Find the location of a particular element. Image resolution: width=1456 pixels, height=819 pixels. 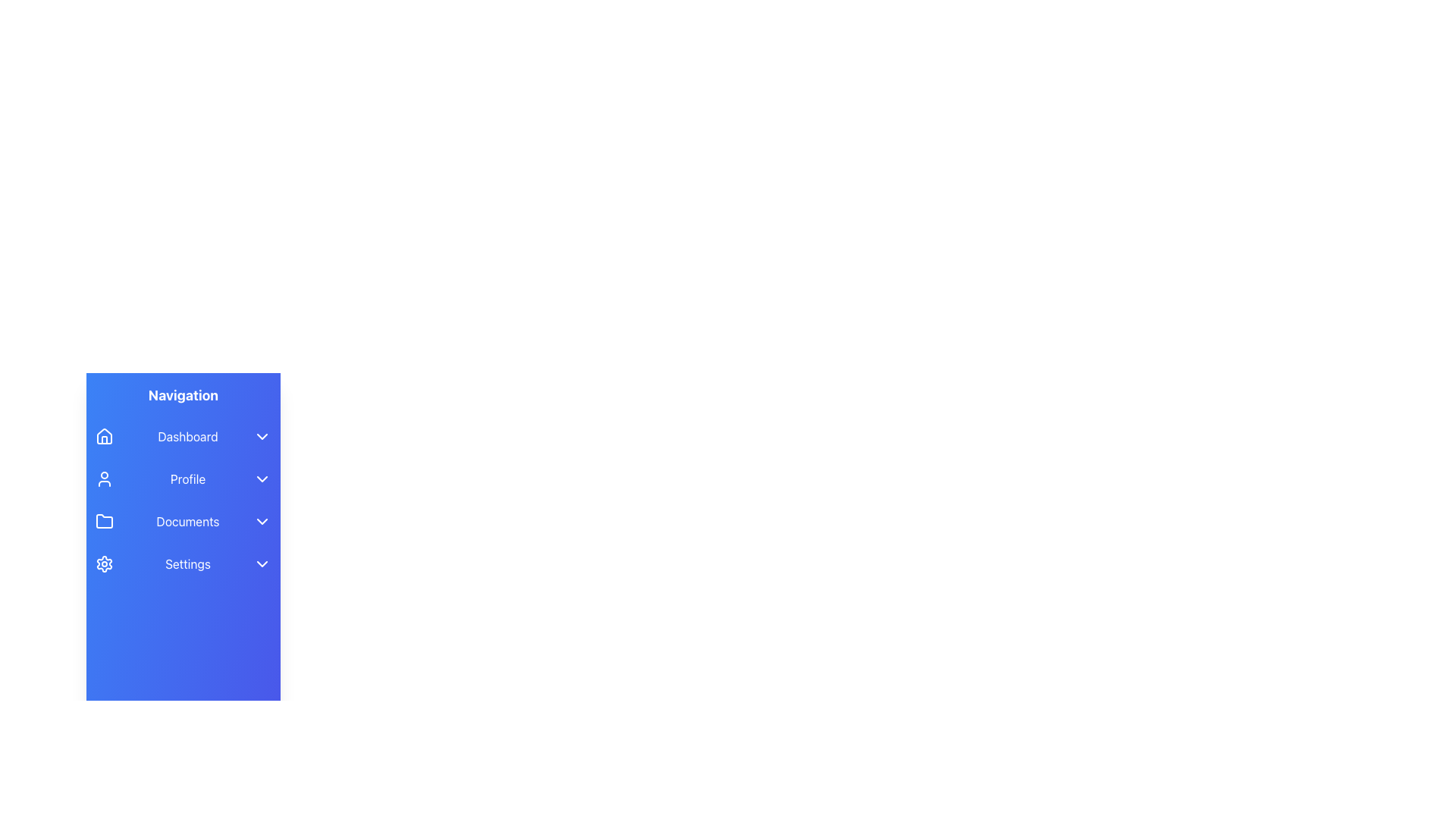

the 'Profile' navigation item in the blue sidebar to trigger the tooltip is located at coordinates (182, 479).